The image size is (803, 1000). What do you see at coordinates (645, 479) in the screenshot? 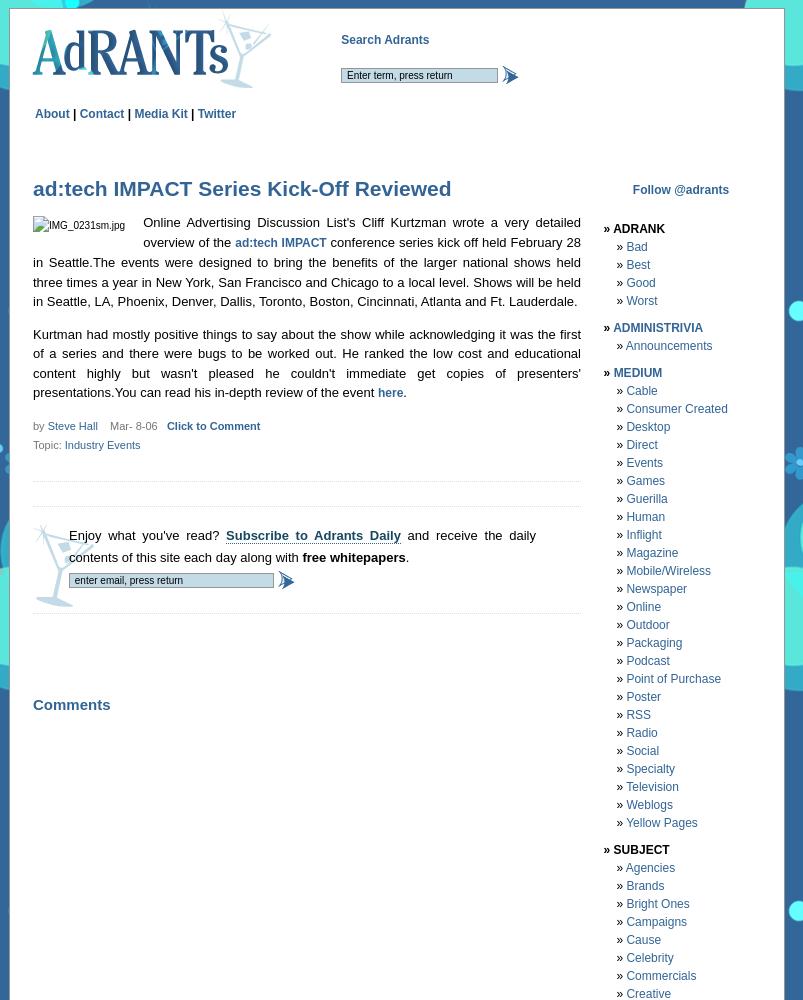
I see `'Games'` at bounding box center [645, 479].